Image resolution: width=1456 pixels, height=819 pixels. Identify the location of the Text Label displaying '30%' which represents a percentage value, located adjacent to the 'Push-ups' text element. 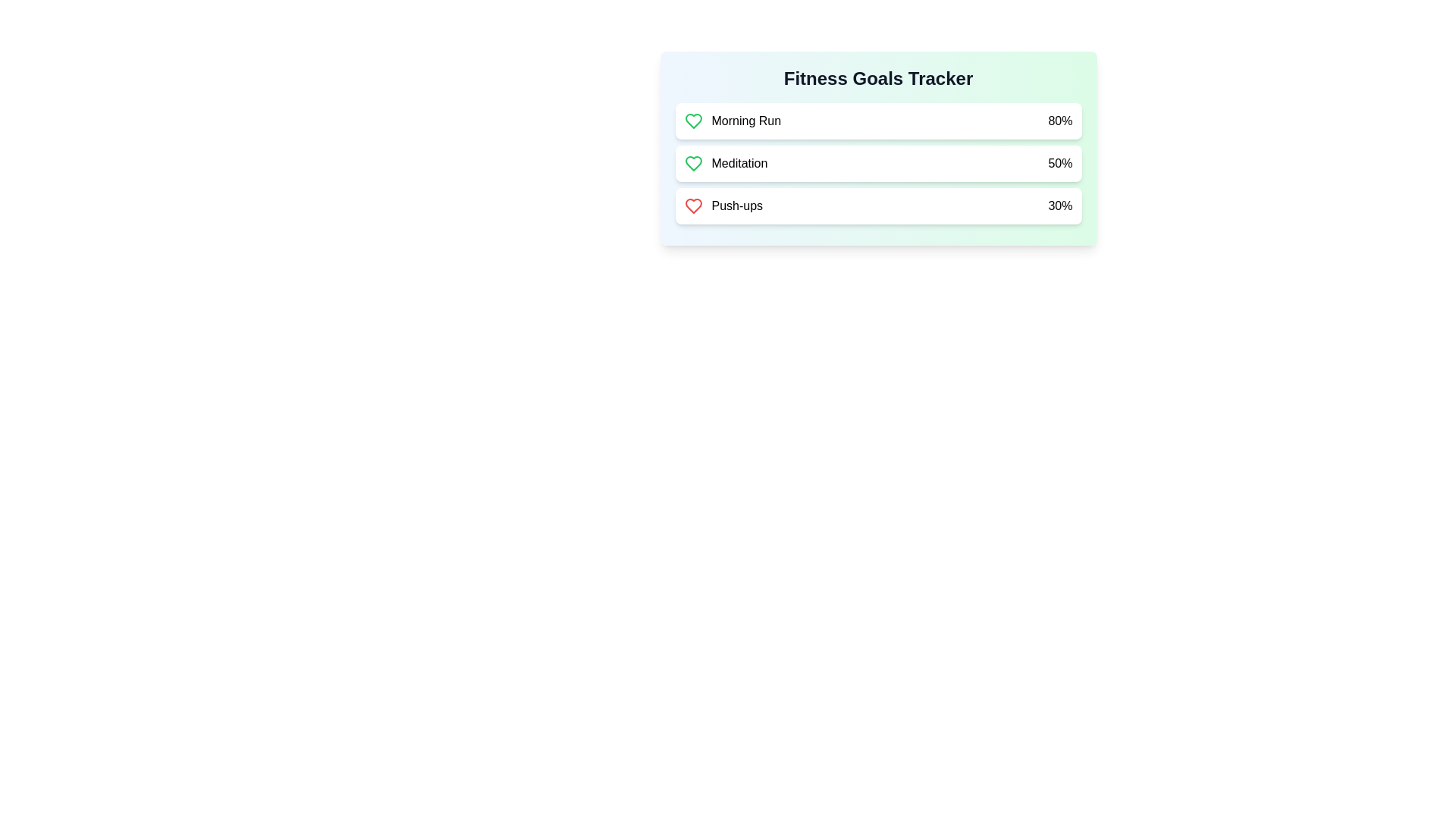
(1059, 206).